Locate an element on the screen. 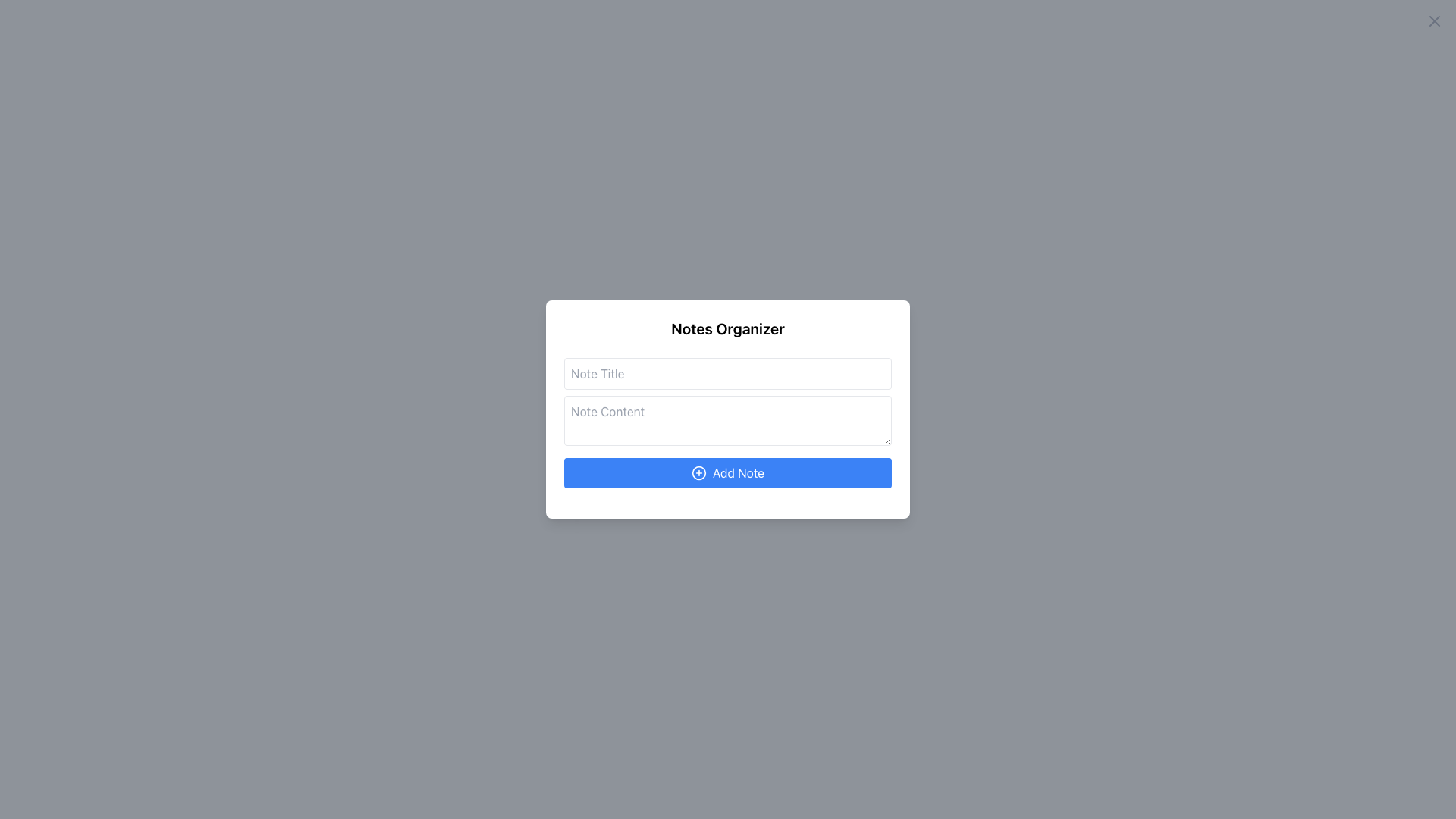 The image size is (1456, 819). the circular '+' icon with a blue outline inside the 'Add Note' button is located at coordinates (698, 472).